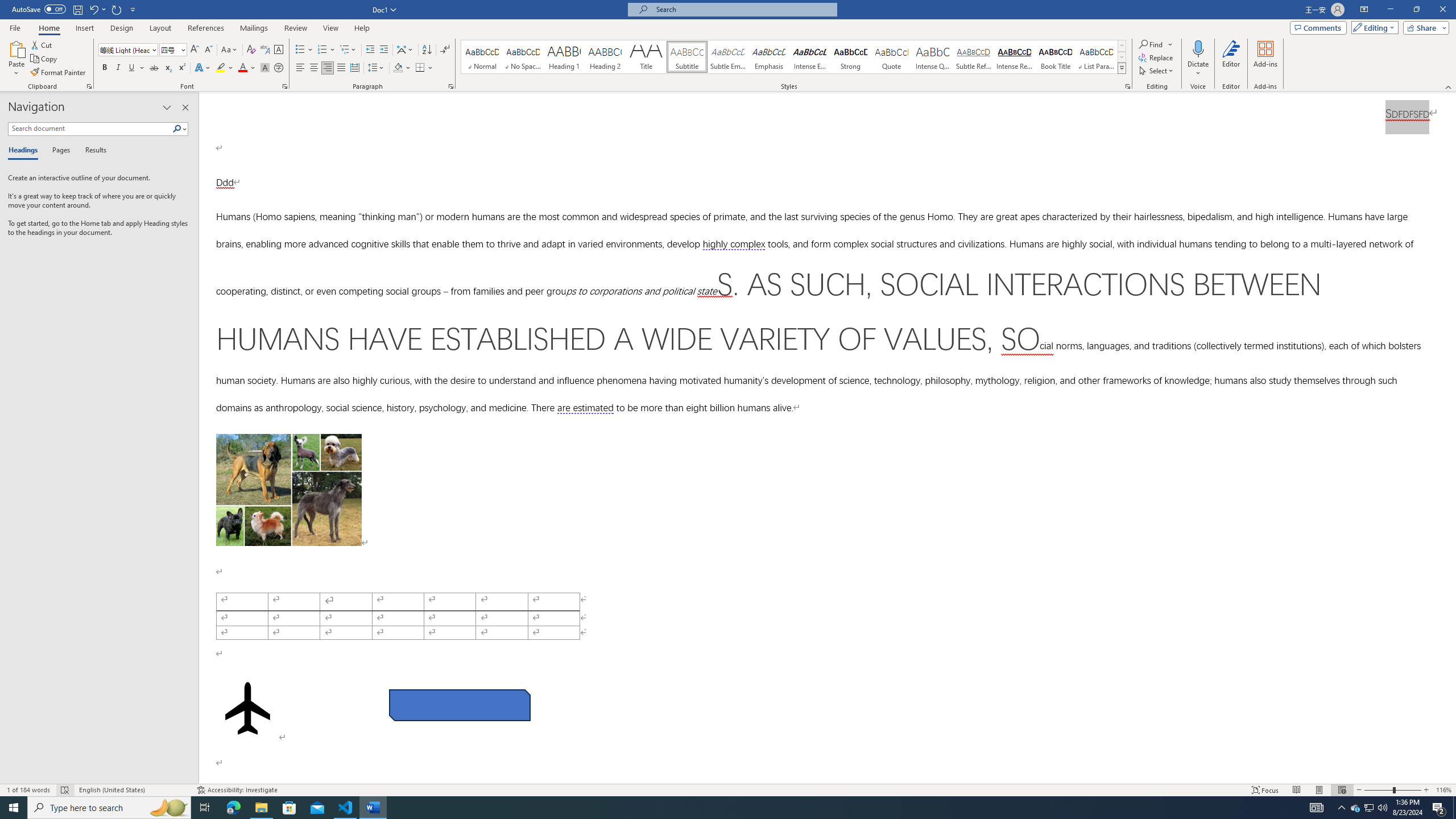  Describe the element at coordinates (1157, 69) in the screenshot. I see `'Select'` at that location.